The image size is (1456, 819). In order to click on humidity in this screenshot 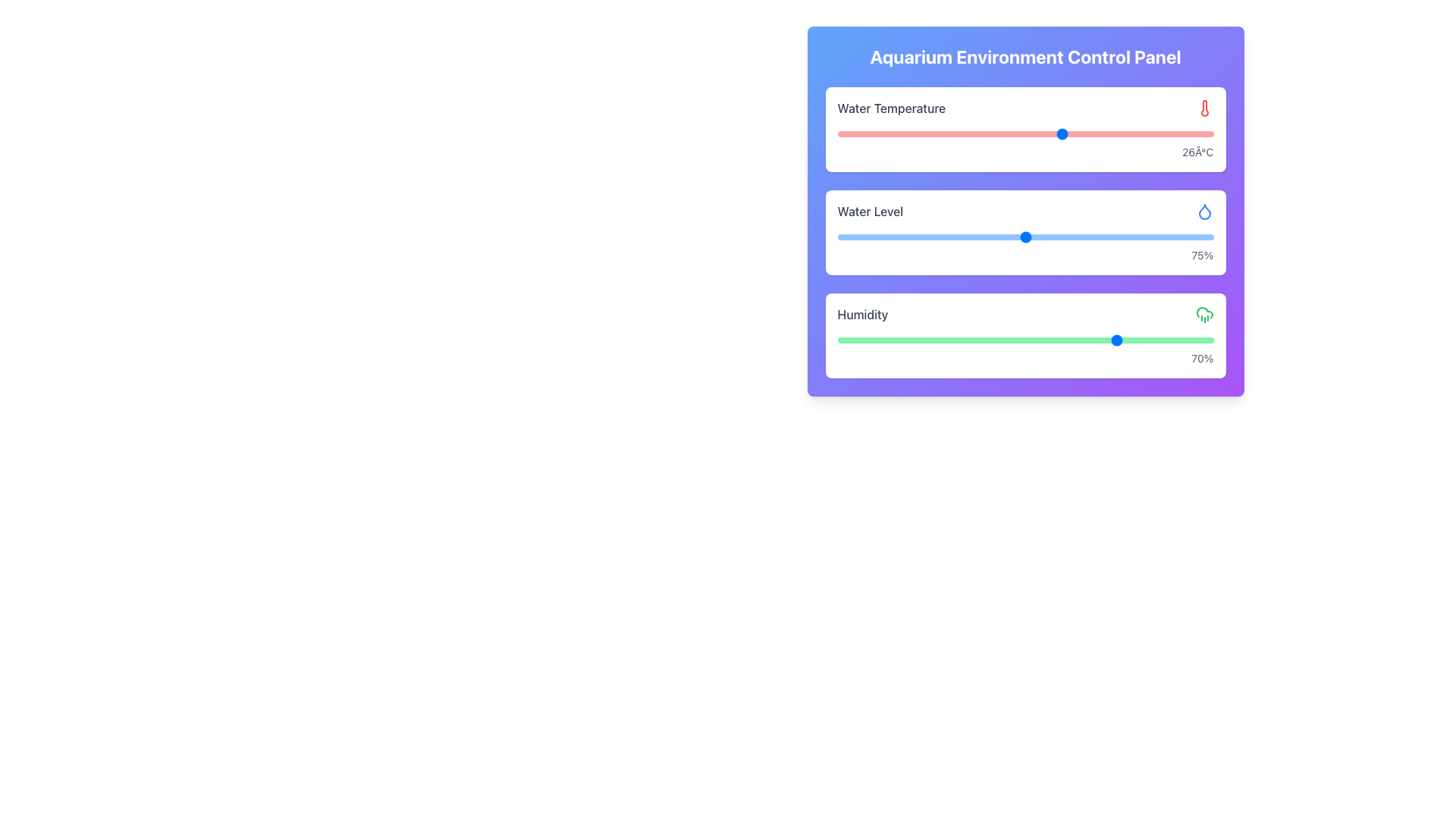, I will do `click(968, 339)`.